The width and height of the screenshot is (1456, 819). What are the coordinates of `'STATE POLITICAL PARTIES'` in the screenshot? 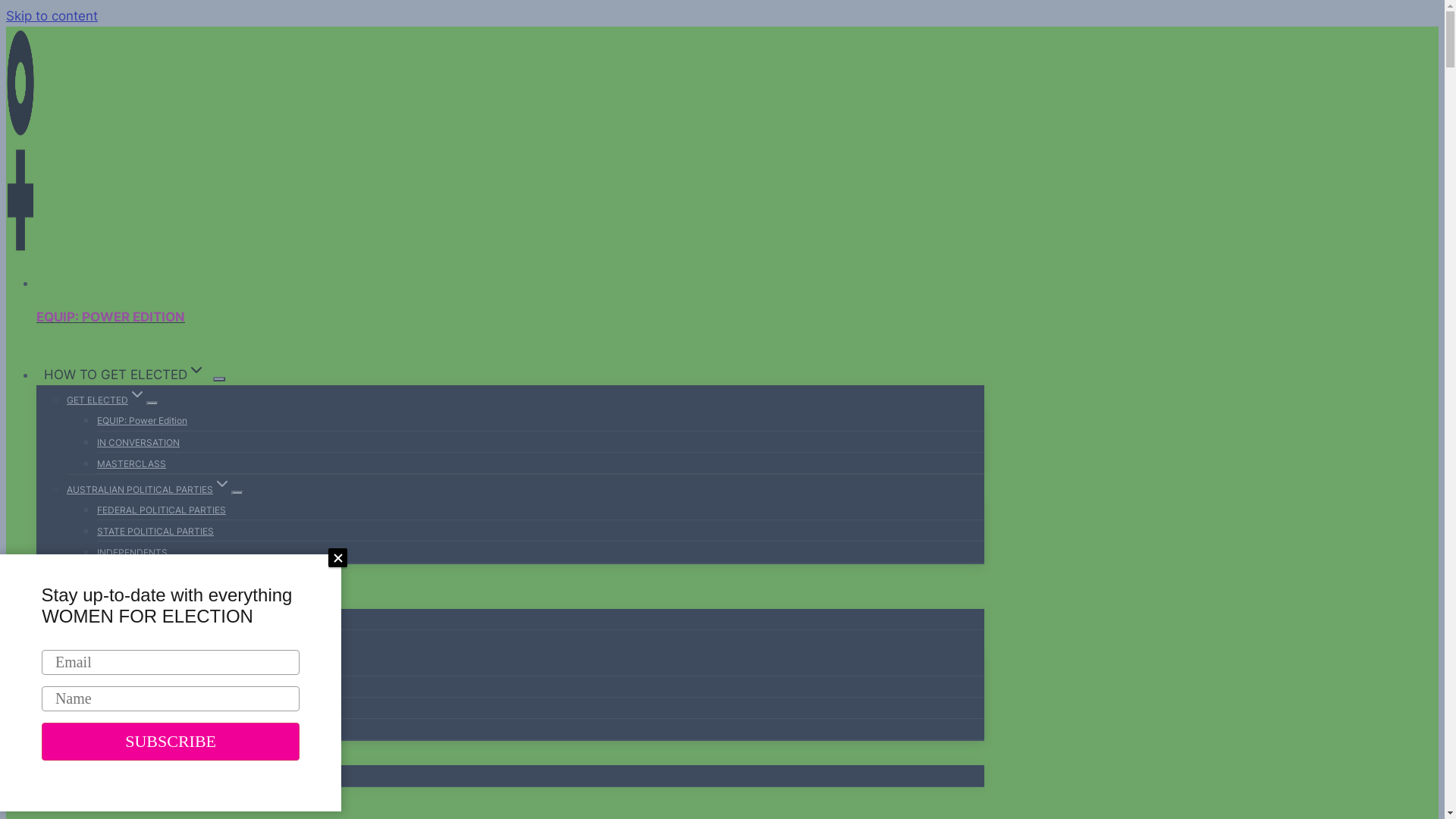 It's located at (155, 530).